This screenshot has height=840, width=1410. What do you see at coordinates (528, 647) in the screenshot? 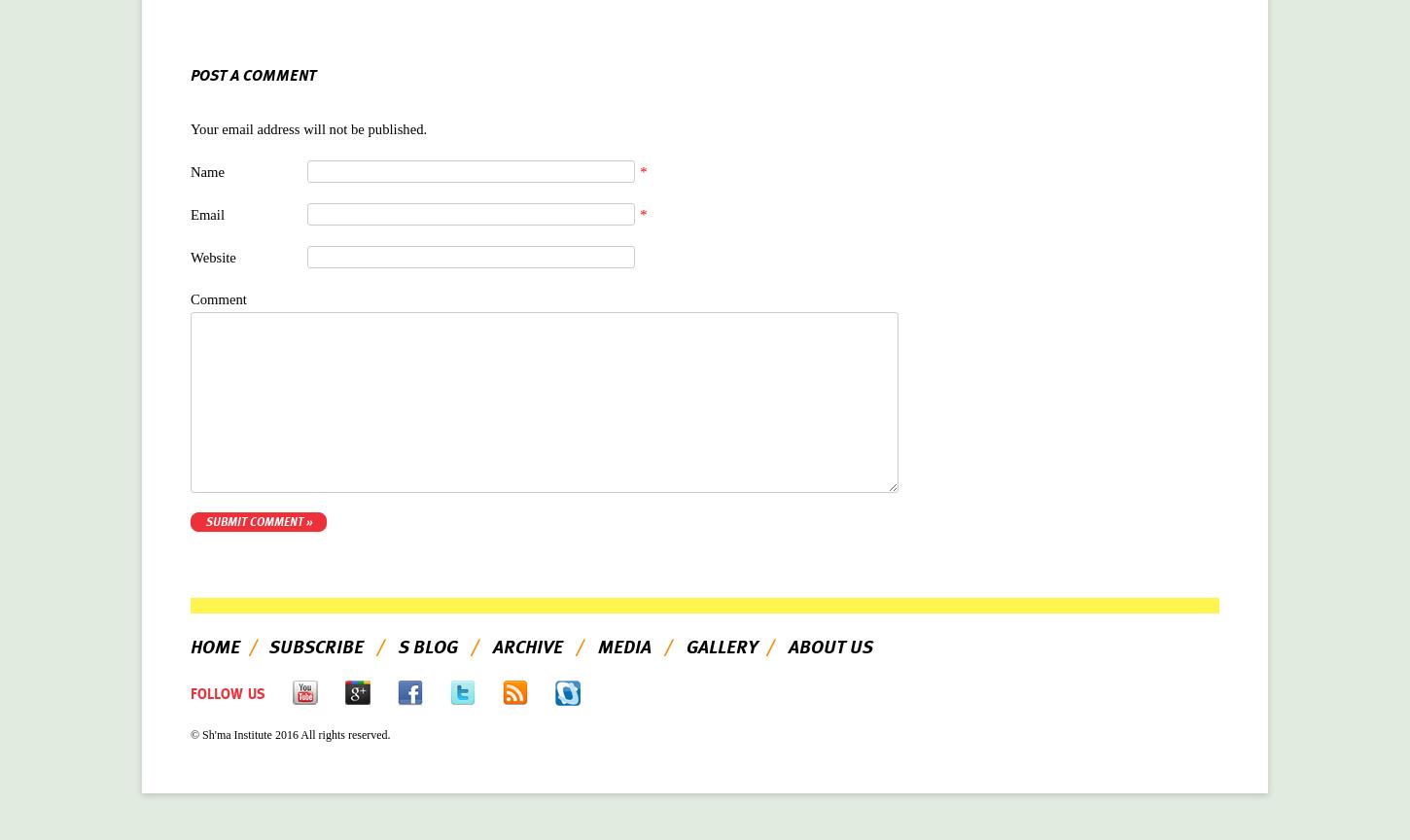
I see `'Archive'` at bounding box center [528, 647].